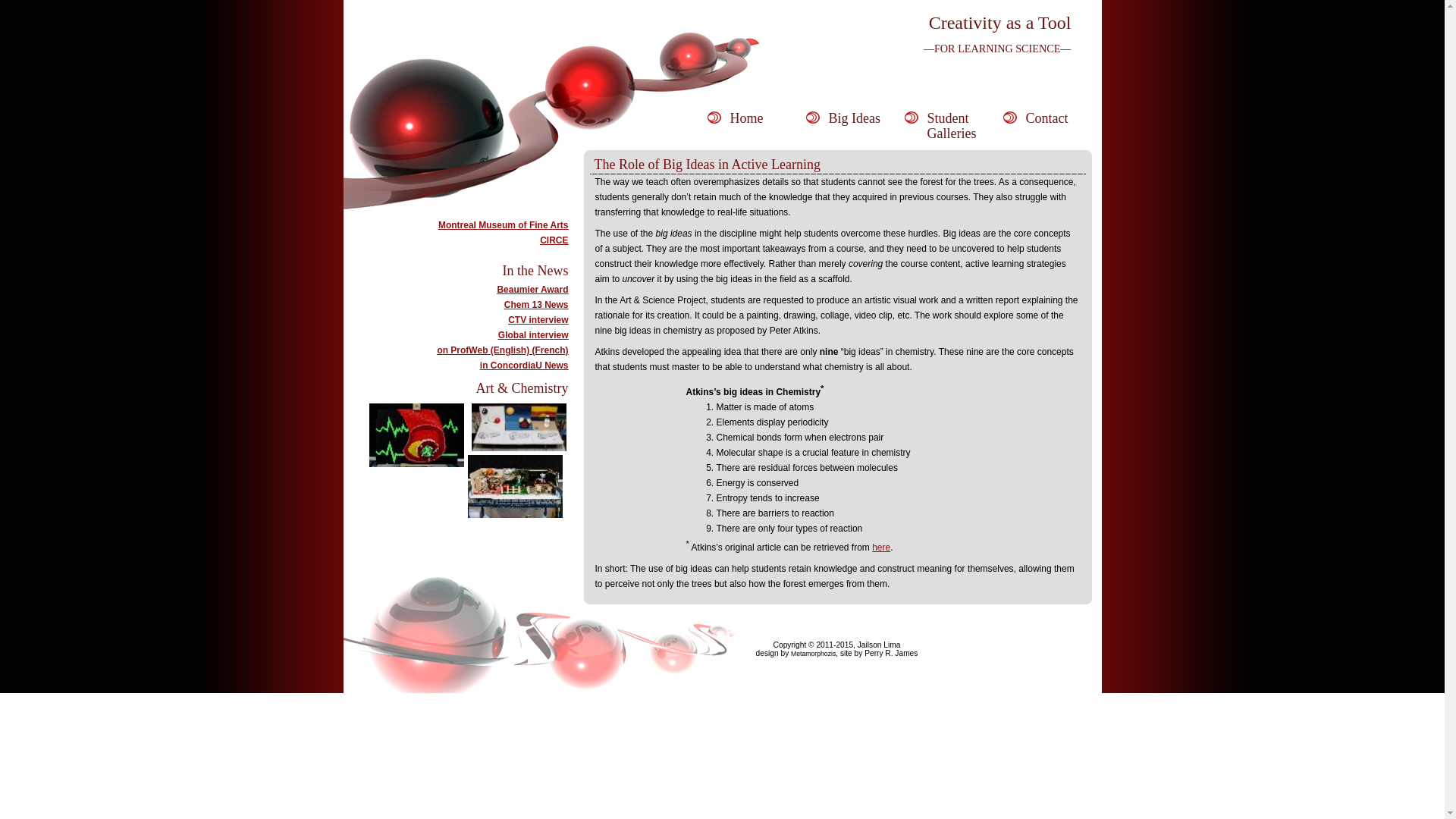 Image resolution: width=1456 pixels, height=819 pixels. Describe the element at coordinates (436, 350) in the screenshot. I see `'on ProfWeb (English)'` at that location.